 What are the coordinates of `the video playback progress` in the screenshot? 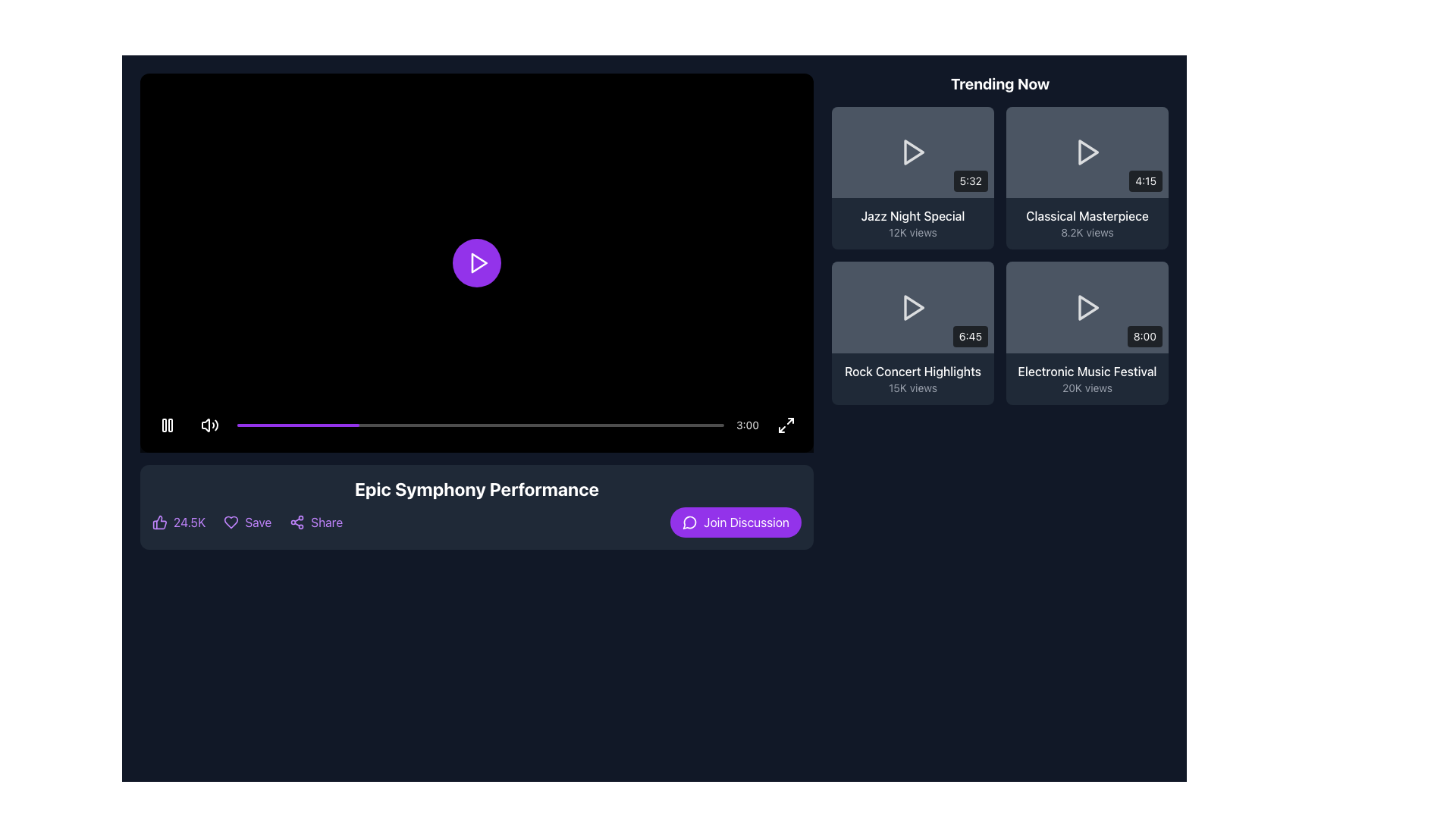 It's located at (679, 425).